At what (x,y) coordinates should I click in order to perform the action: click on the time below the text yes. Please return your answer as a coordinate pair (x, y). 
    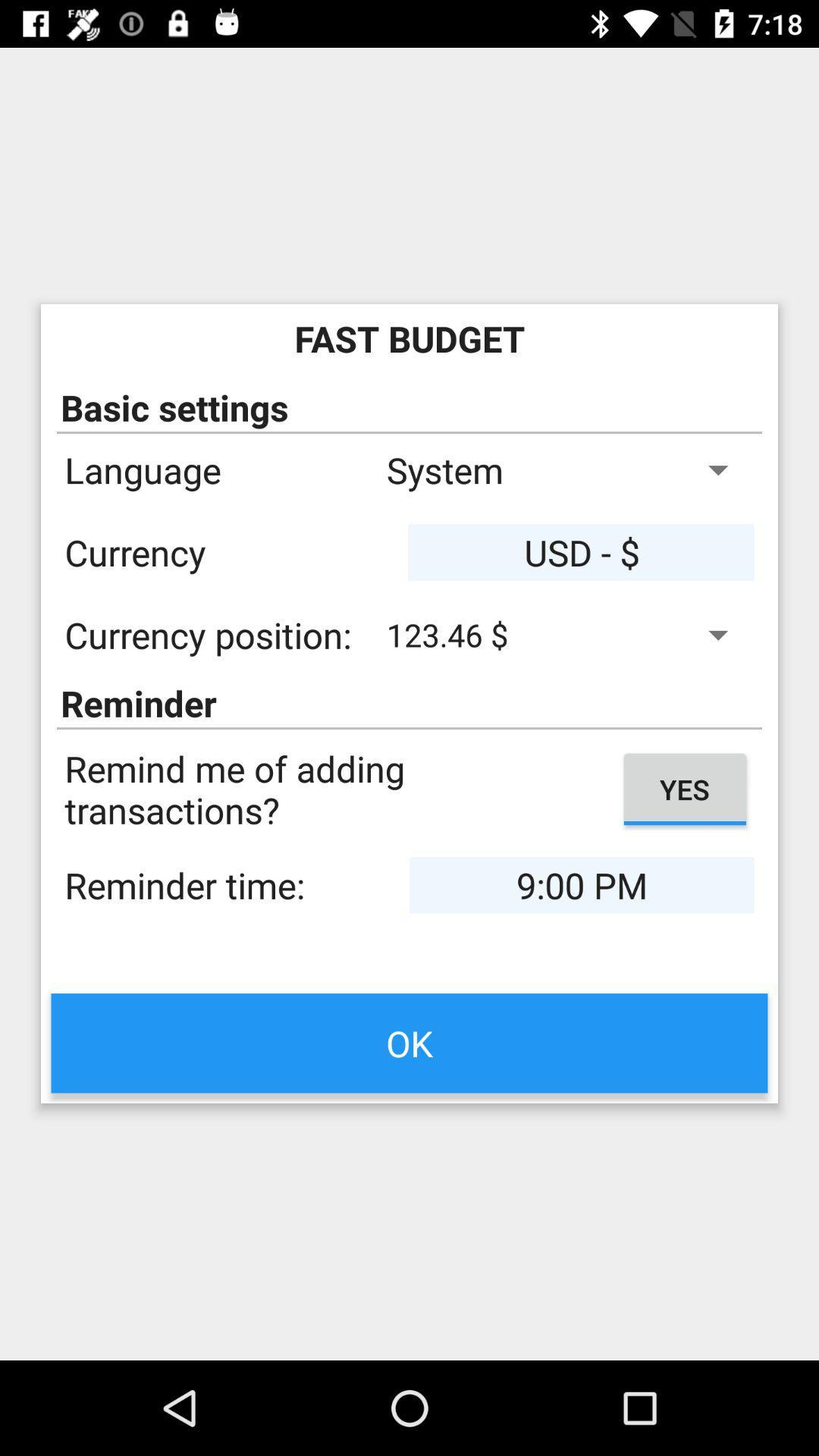
    Looking at the image, I should click on (581, 885).